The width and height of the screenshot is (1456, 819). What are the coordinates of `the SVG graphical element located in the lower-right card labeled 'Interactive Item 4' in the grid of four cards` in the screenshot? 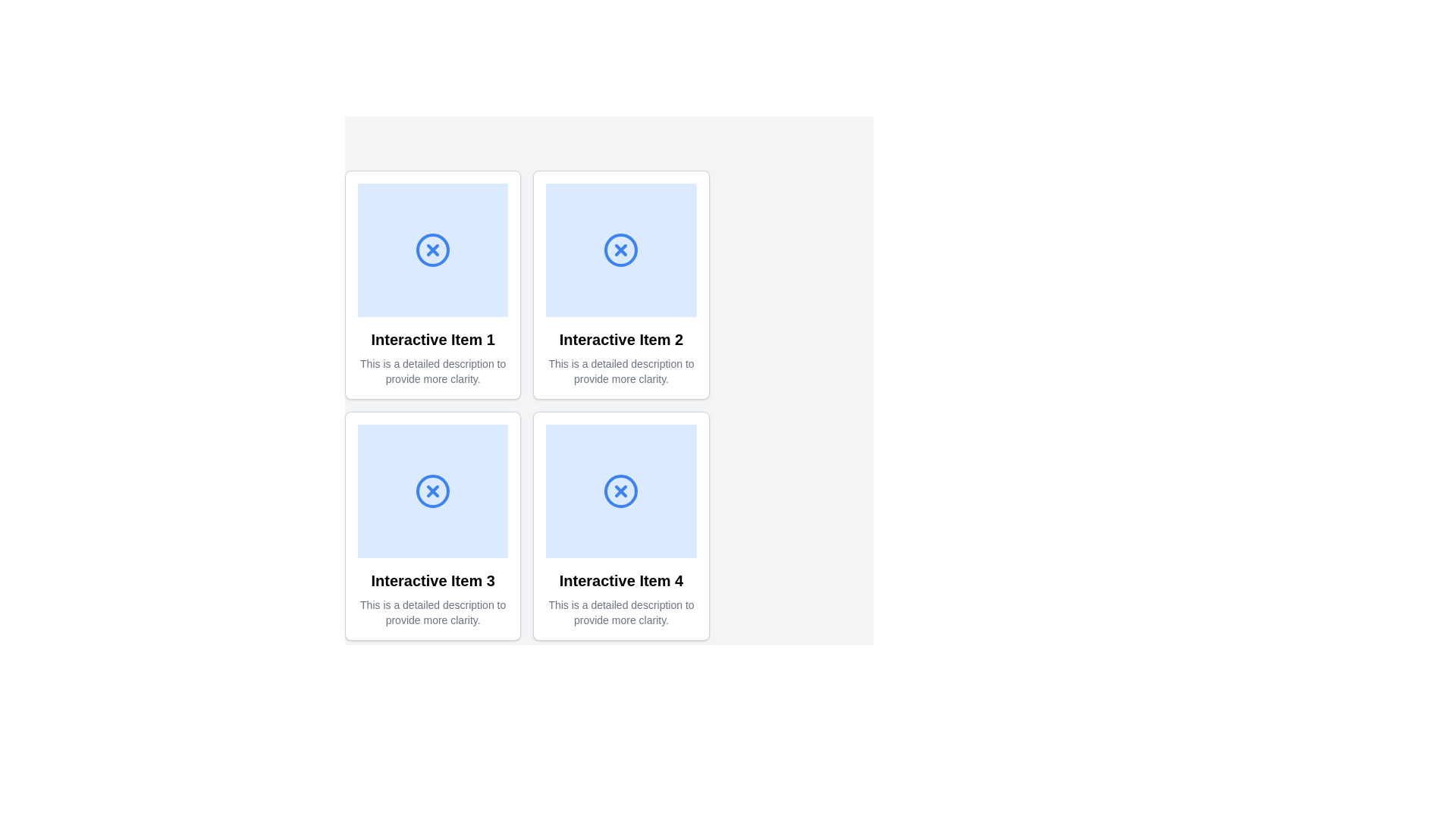 It's located at (621, 491).